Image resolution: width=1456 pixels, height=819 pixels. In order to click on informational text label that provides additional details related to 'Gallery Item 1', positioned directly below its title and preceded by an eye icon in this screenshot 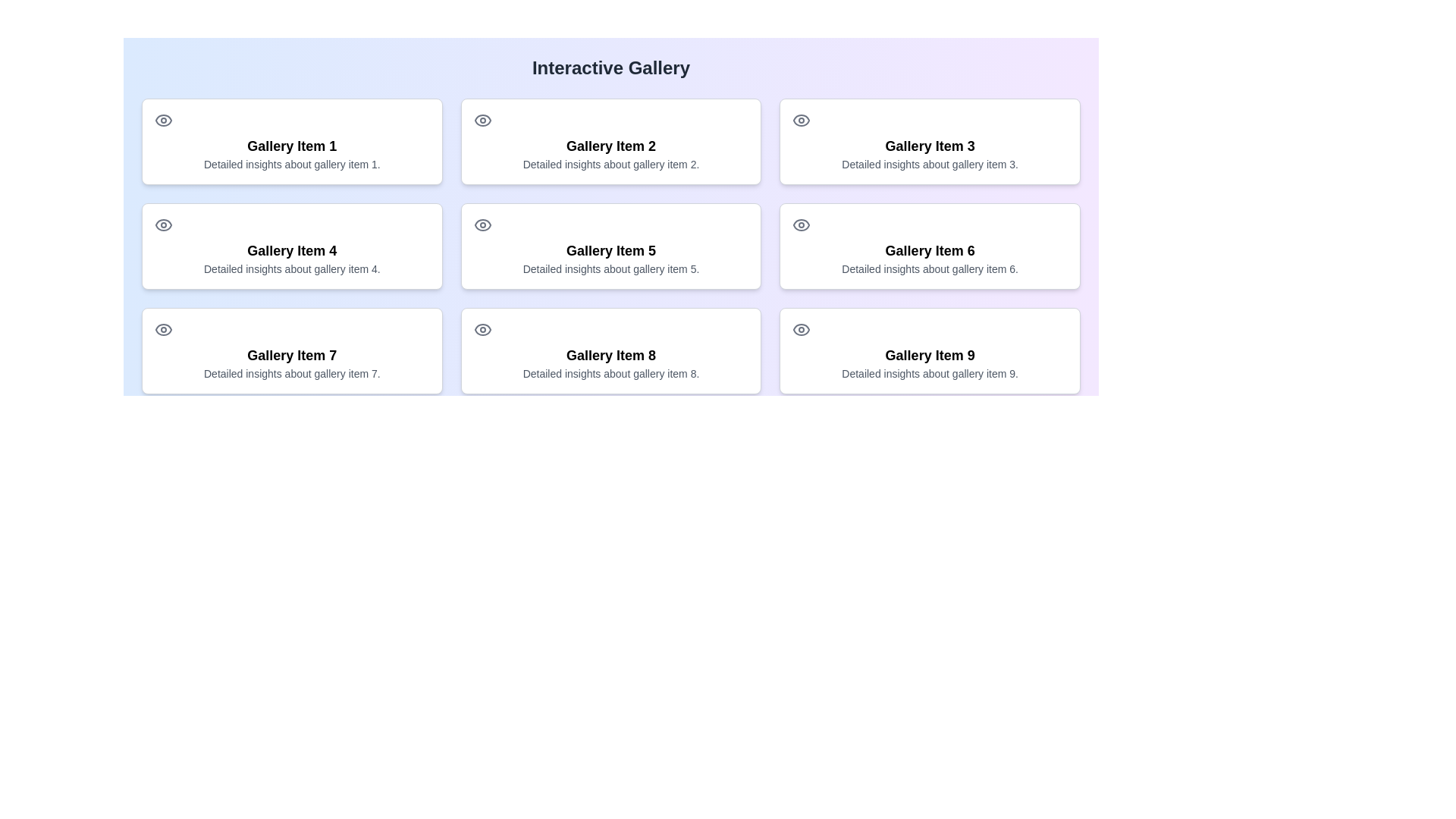, I will do `click(292, 164)`.